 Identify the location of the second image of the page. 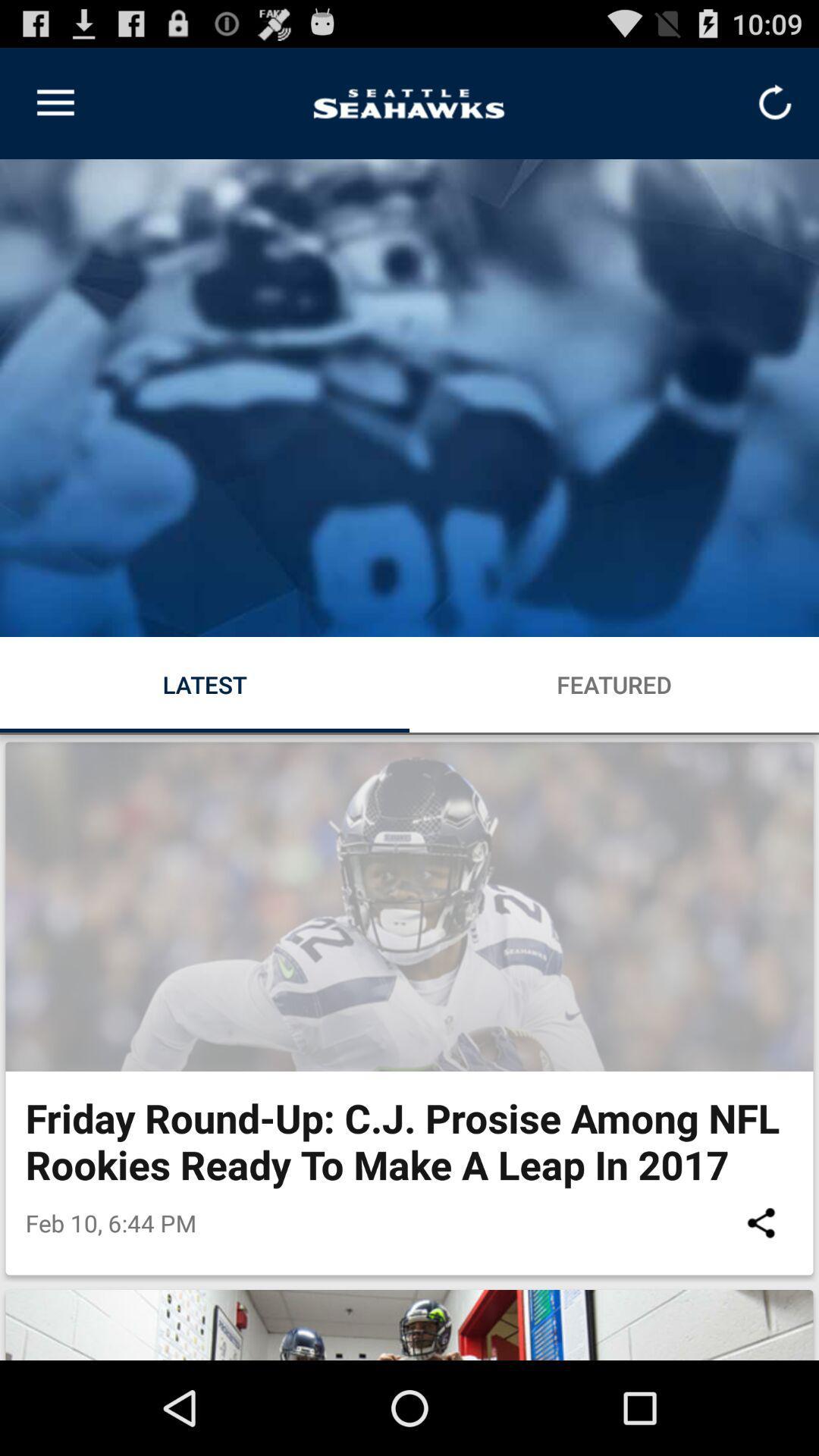
(409, 906).